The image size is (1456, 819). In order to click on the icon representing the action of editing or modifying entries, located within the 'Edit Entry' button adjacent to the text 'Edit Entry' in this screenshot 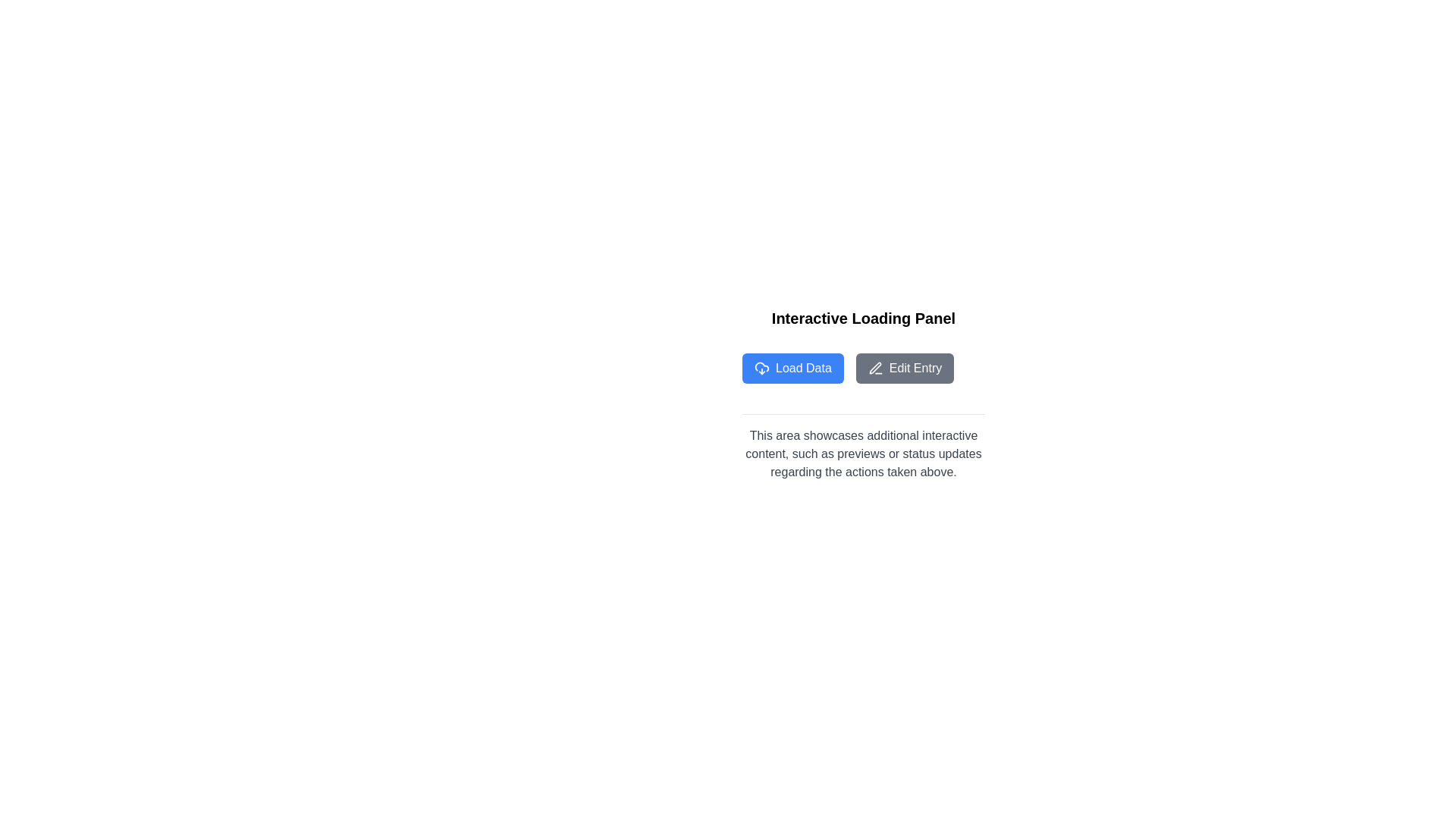, I will do `click(875, 369)`.